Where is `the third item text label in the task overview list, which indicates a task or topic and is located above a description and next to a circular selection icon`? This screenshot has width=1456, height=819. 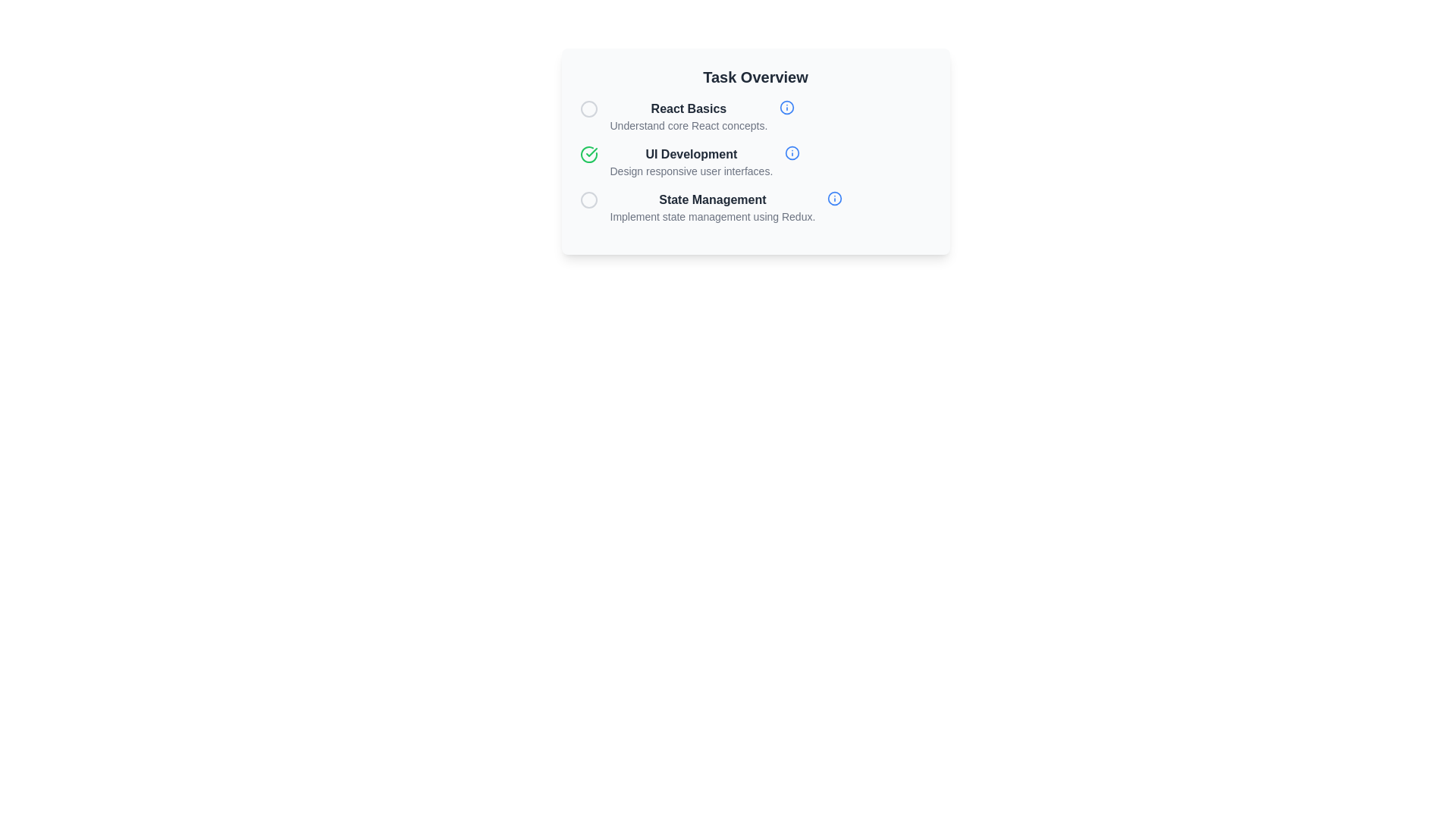
the third item text label in the task overview list, which indicates a task or topic and is located above a description and next to a circular selection icon is located at coordinates (711, 199).